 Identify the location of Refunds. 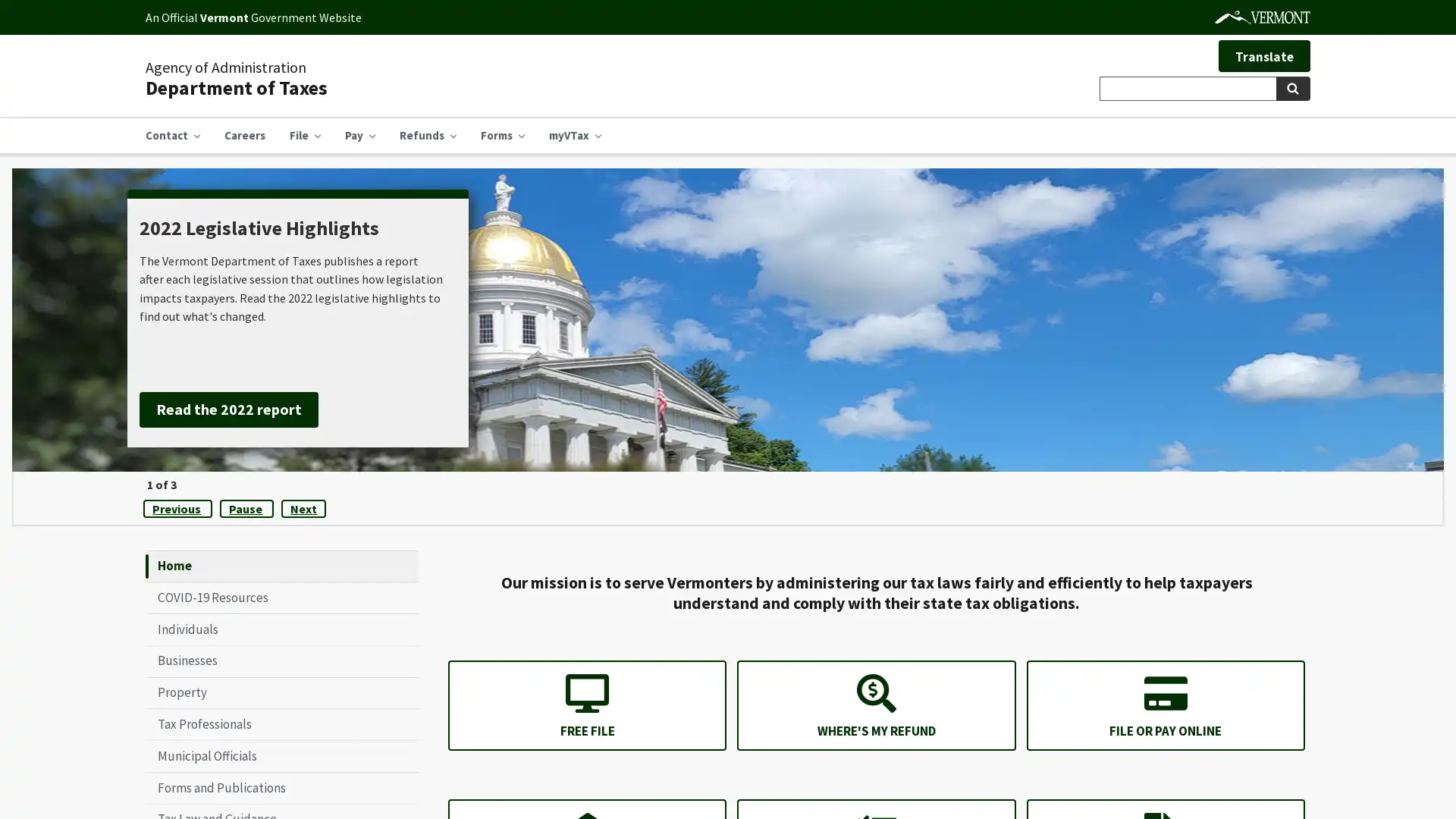
(427, 133).